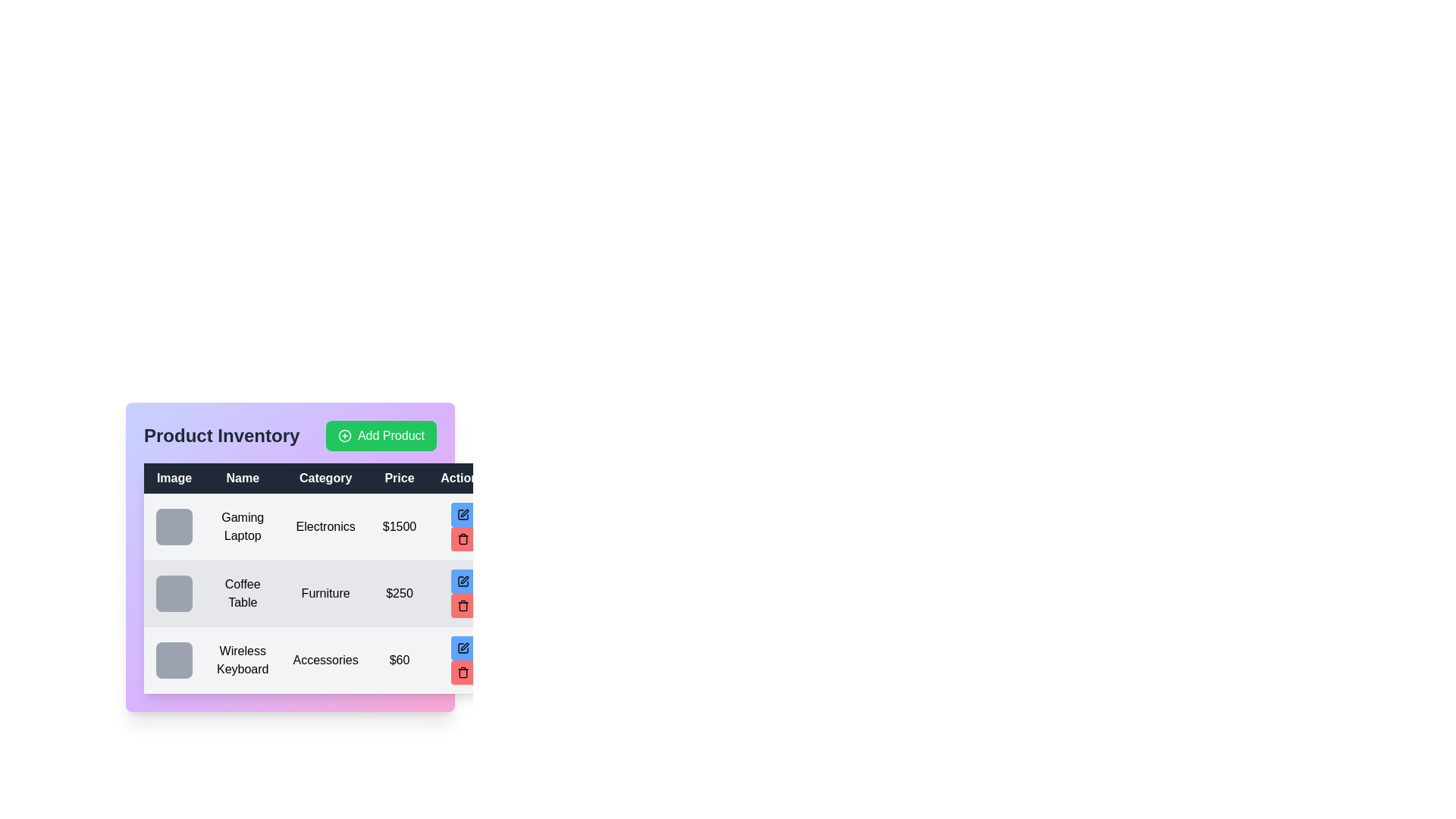  What do you see at coordinates (400, 593) in the screenshot?
I see `the text displaying the price '$250' located in the 'Price' column under the row for 'Coffee Table Furniture'` at bounding box center [400, 593].